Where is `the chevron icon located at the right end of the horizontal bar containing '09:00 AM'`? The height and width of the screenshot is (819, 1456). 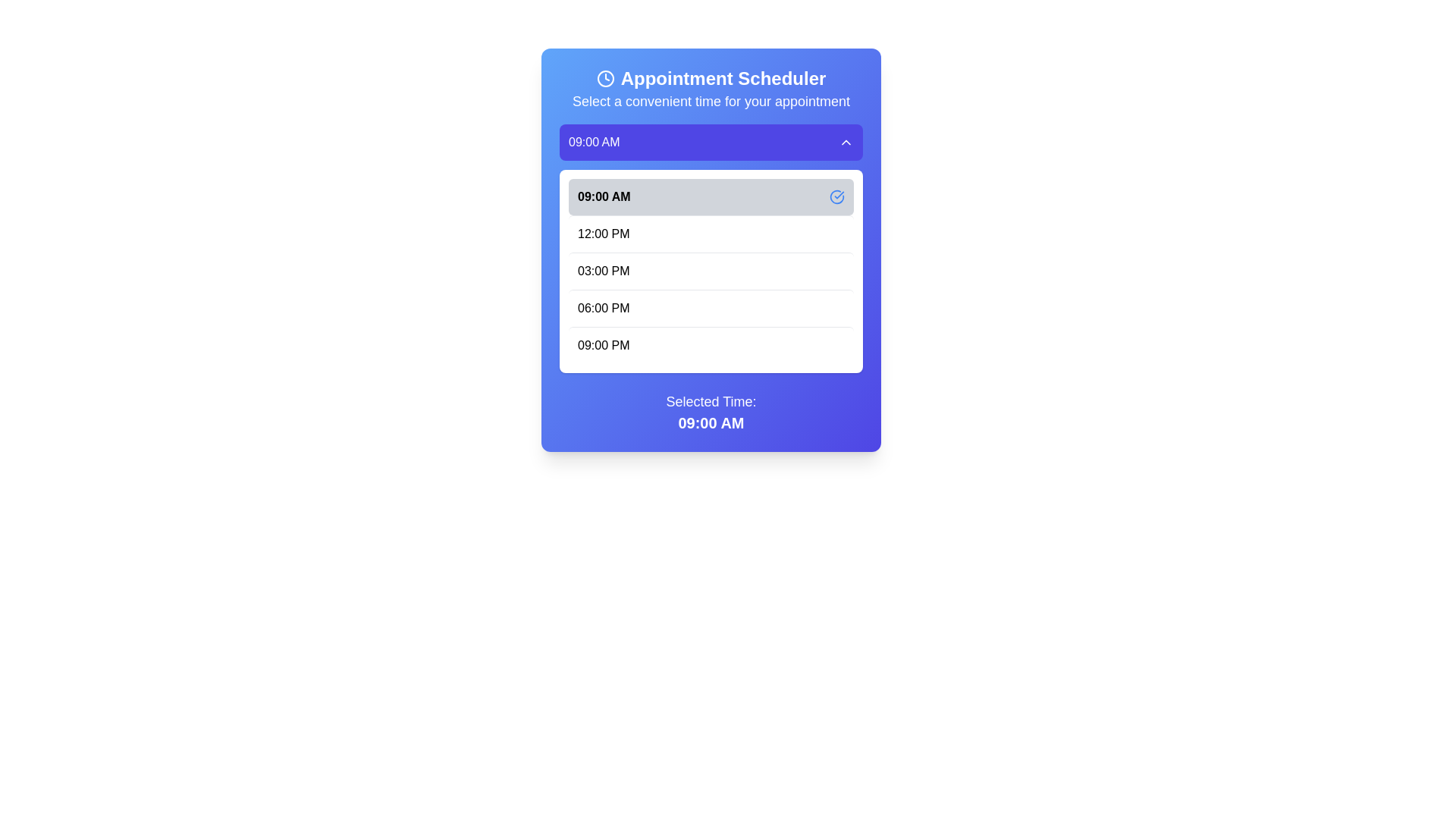 the chevron icon located at the right end of the horizontal bar containing '09:00 AM' is located at coordinates (846, 143).